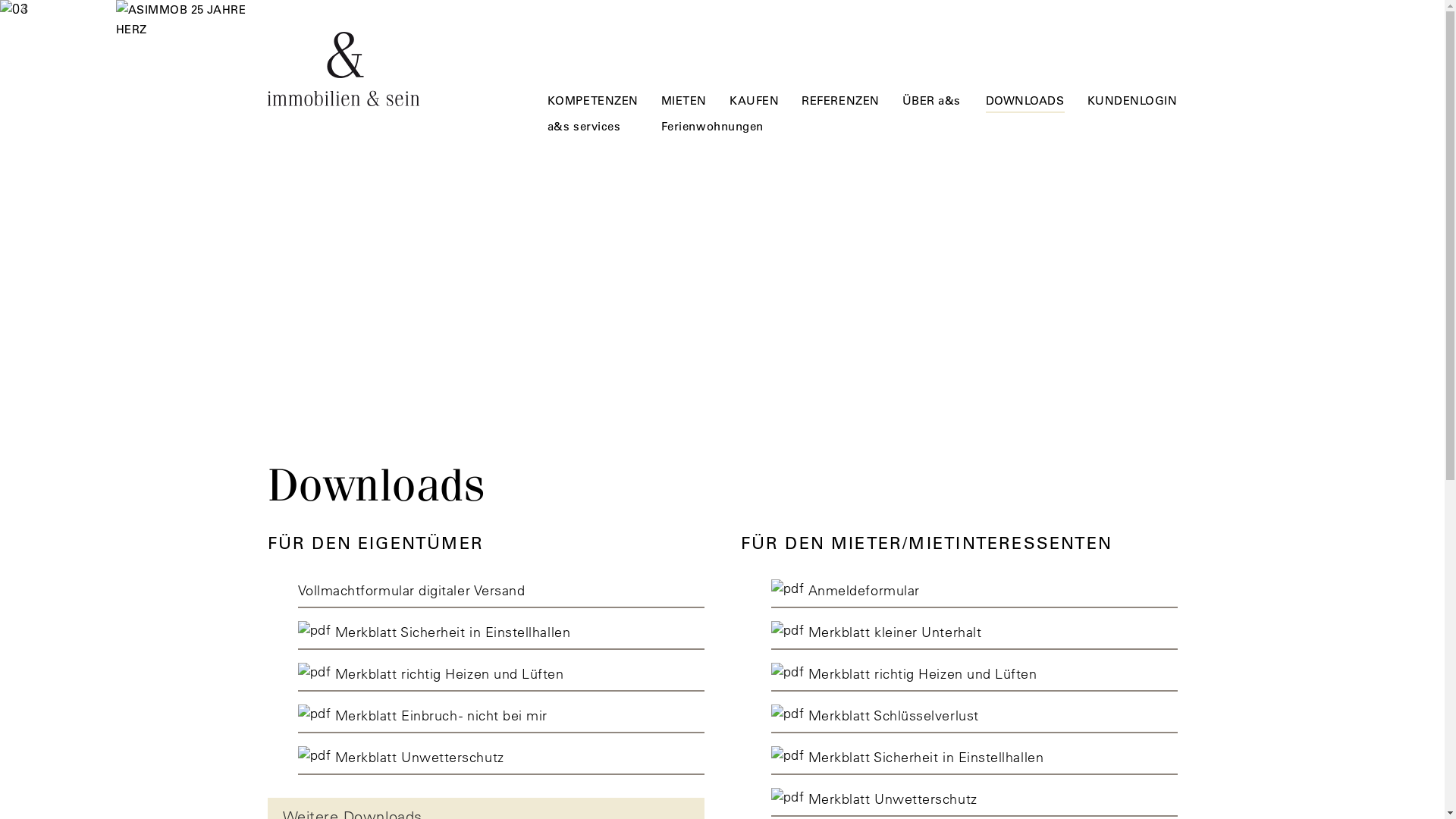 This screenshot has width=1456, height=819. What do you see at coordinates (592, 102) in the screenshot?
I see `'KOMPETENZEN'` at bounding box center [592, 102].